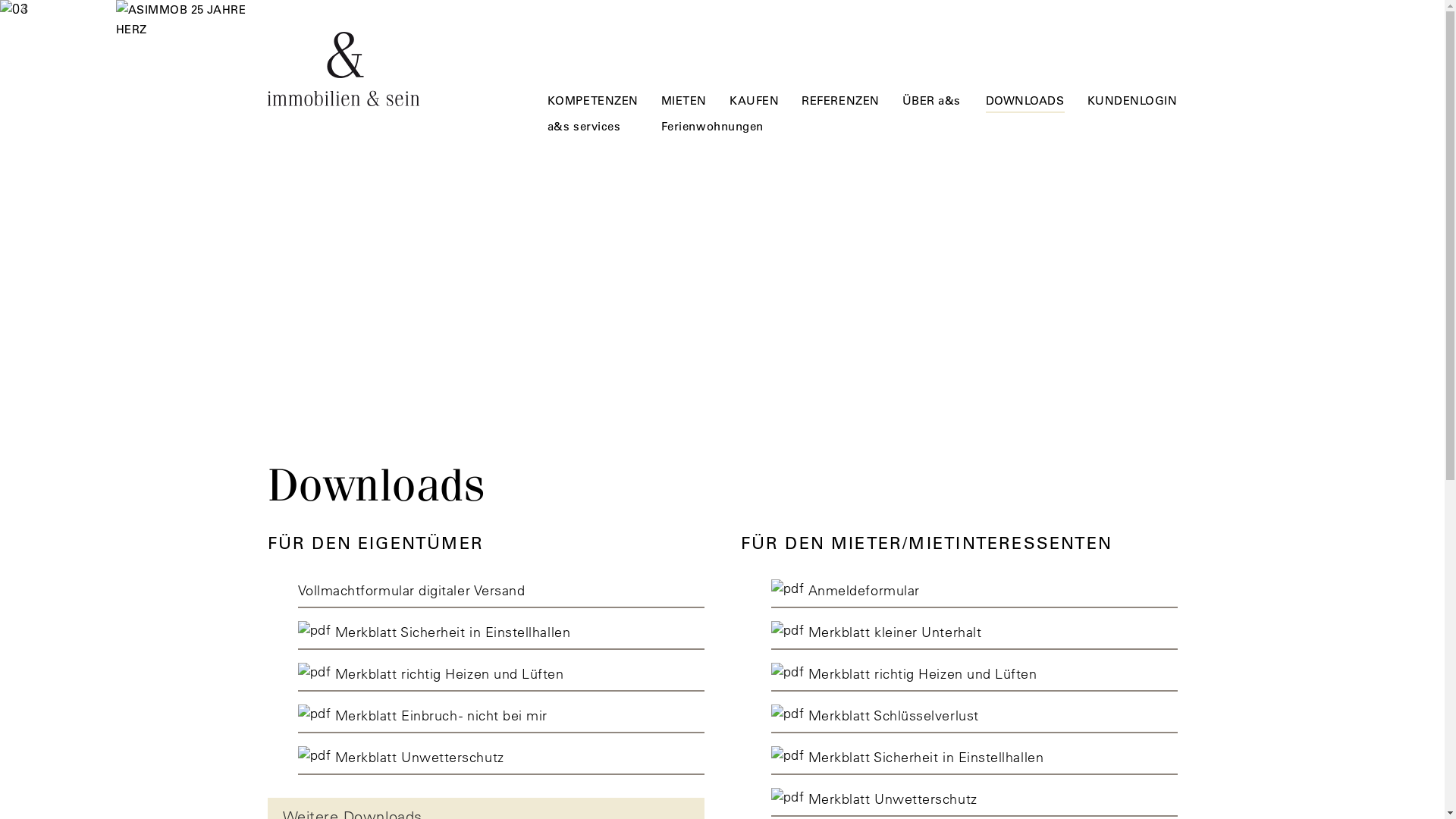 This screenshot has width=1456, height=819. What do you see at coordinates (592, 102) in the screenshot?
I see `'KOMPETENZEN'` at bounding box center [592, 102].